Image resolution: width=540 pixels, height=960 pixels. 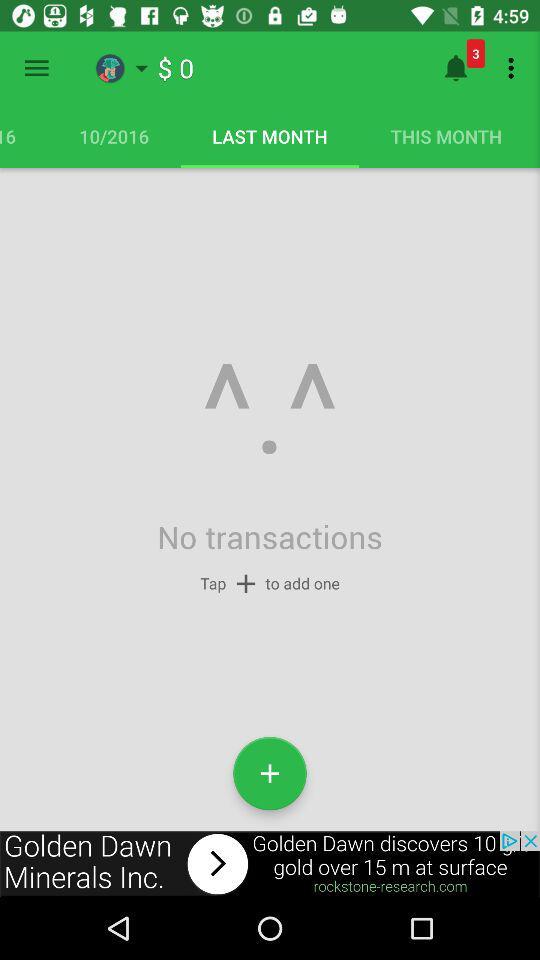 What do you see at coordinates (36, 68) in the screenshot?
I see `open menu` at bounding box center [36, 68].